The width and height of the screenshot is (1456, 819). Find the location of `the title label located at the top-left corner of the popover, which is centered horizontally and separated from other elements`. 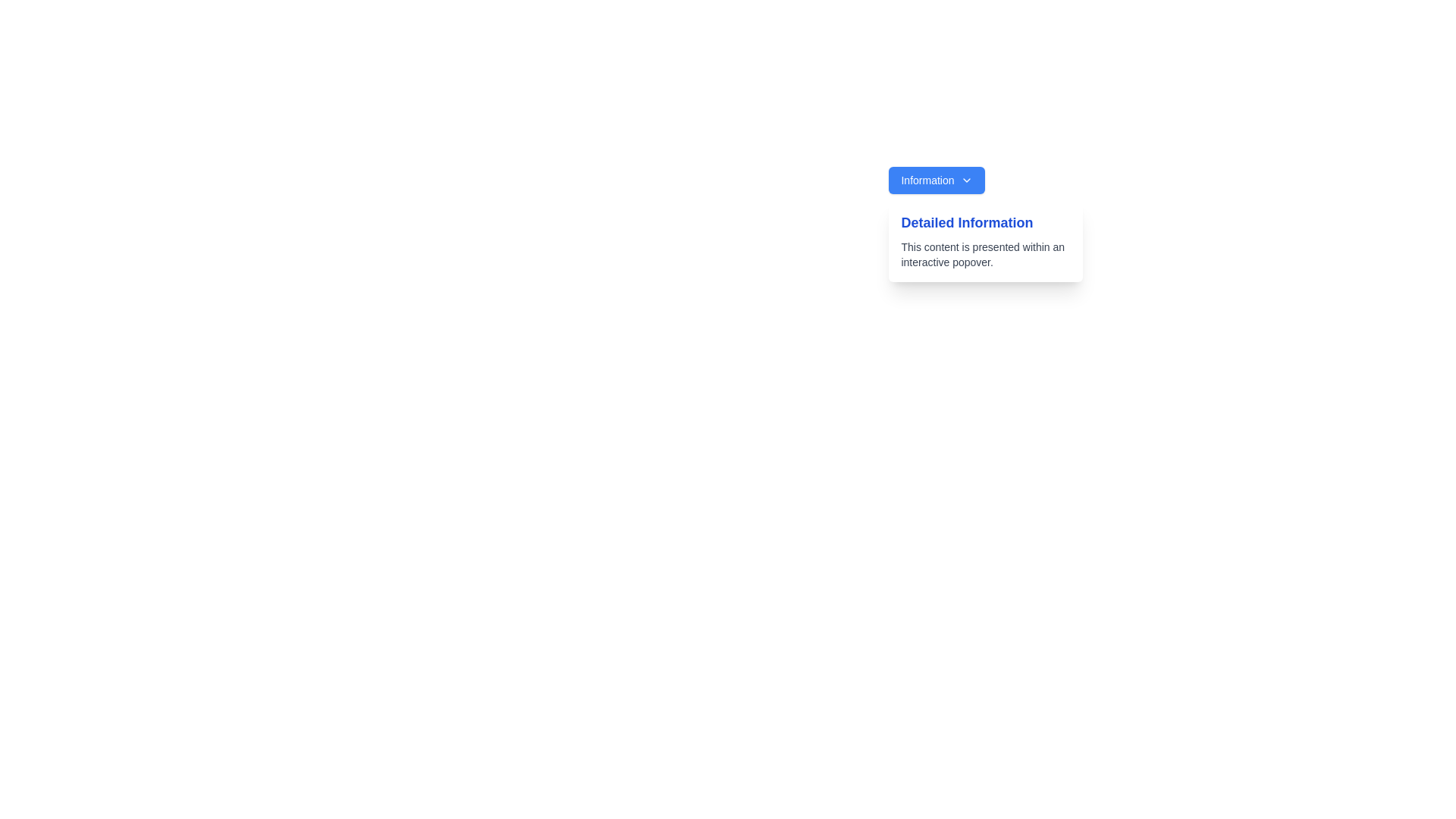

the title label located at the top-left corner of the popover, which is centered horizontally and separated from other elements is located at coordinates (986, 222).